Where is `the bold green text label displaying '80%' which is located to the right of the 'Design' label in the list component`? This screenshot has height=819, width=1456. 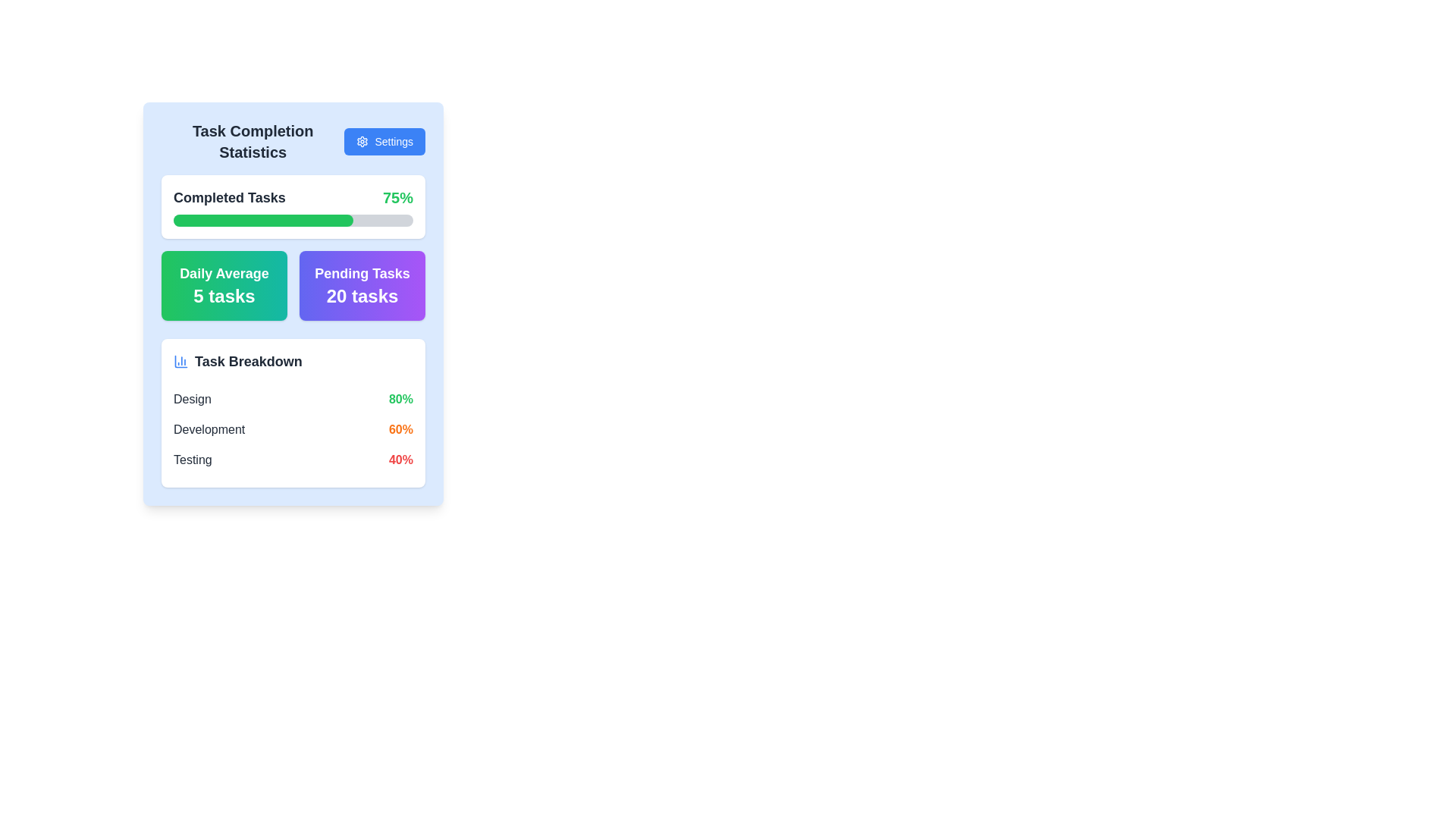
the bold green text label displaying '80%' which is located to the right of the 'Design' label in the list component is located at coordinates (400, 399).